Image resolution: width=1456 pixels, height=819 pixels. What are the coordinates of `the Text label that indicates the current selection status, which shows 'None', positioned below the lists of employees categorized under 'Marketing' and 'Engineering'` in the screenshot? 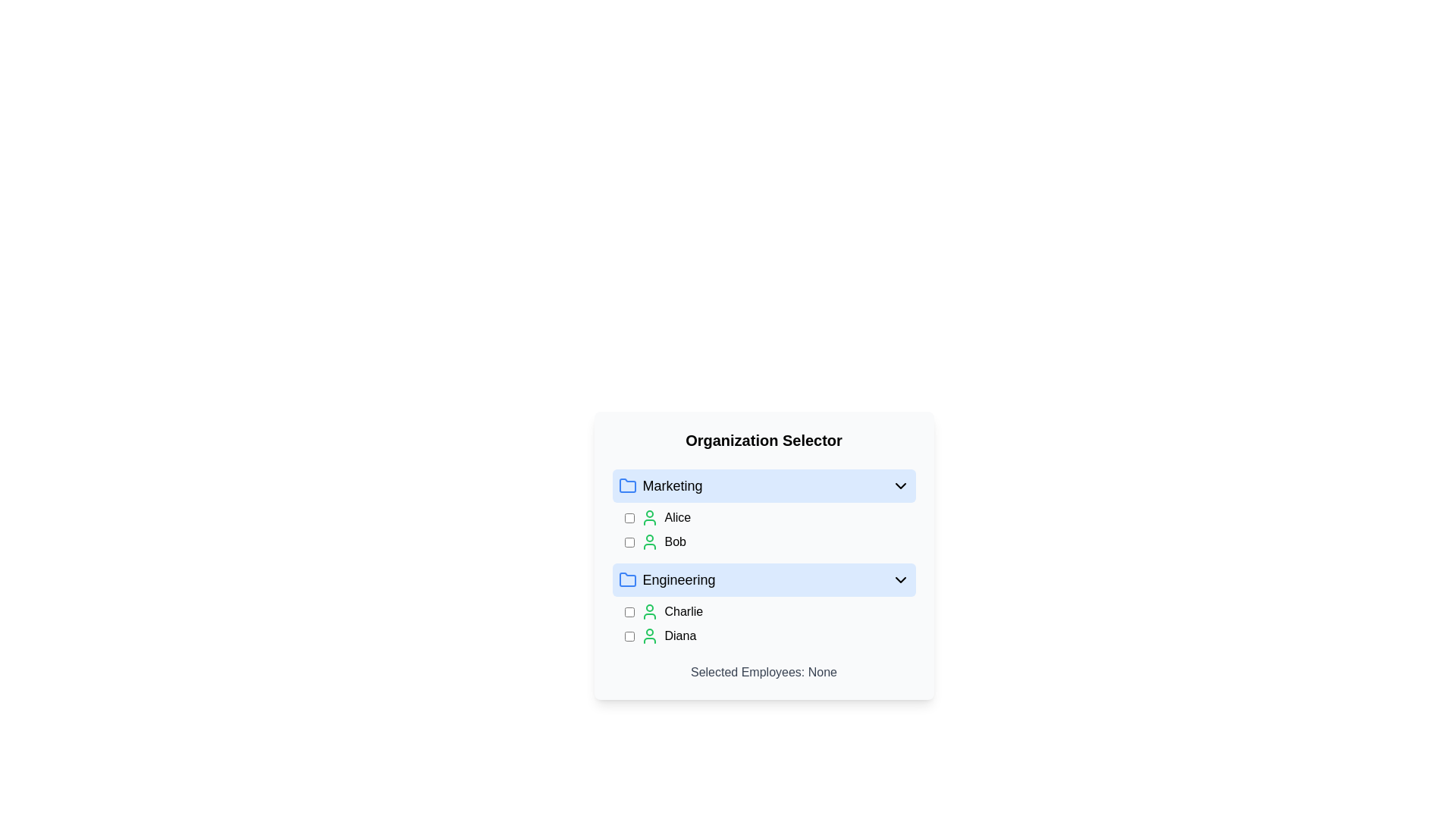 It's located at (764, 672).